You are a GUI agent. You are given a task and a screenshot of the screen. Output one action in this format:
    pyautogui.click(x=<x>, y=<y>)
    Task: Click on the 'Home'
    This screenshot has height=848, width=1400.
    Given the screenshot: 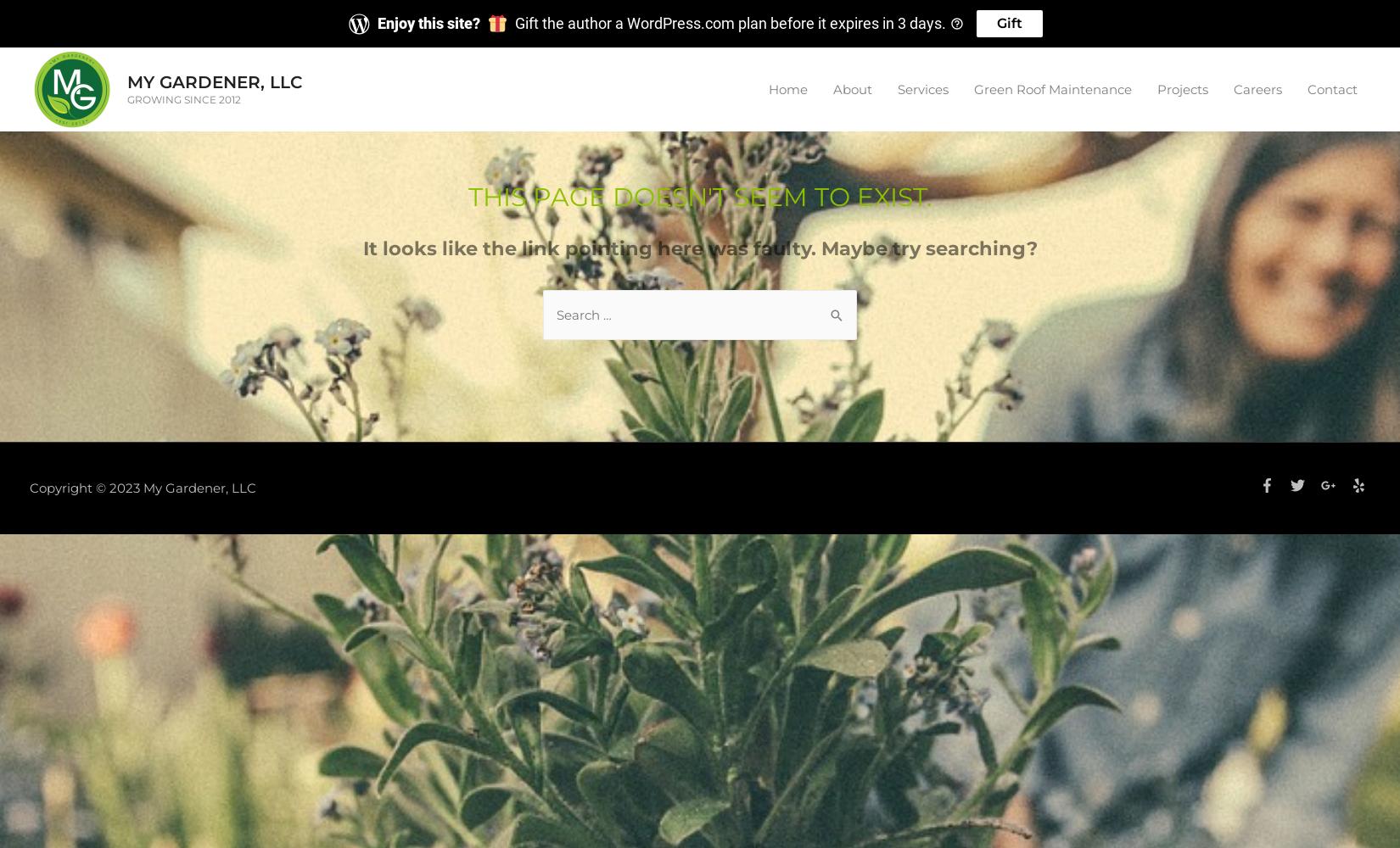 What is the action you would take?
    pyautogui.click(x=787, y=87)
    